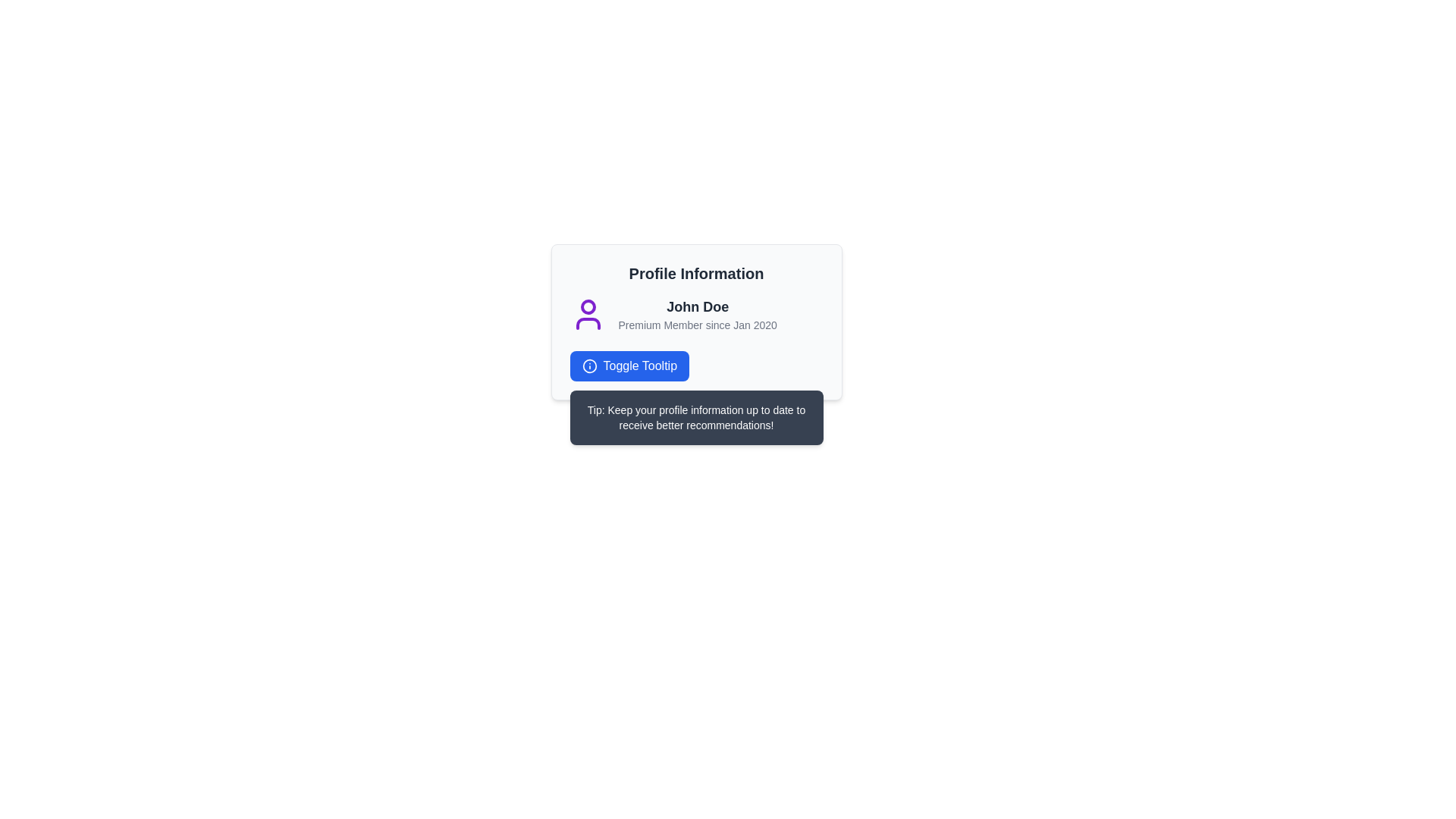  I want to click on the 'Profile Information' heading text element, which is styled in bold and dark gray, located at the top-center of the card, so click(695, 274).